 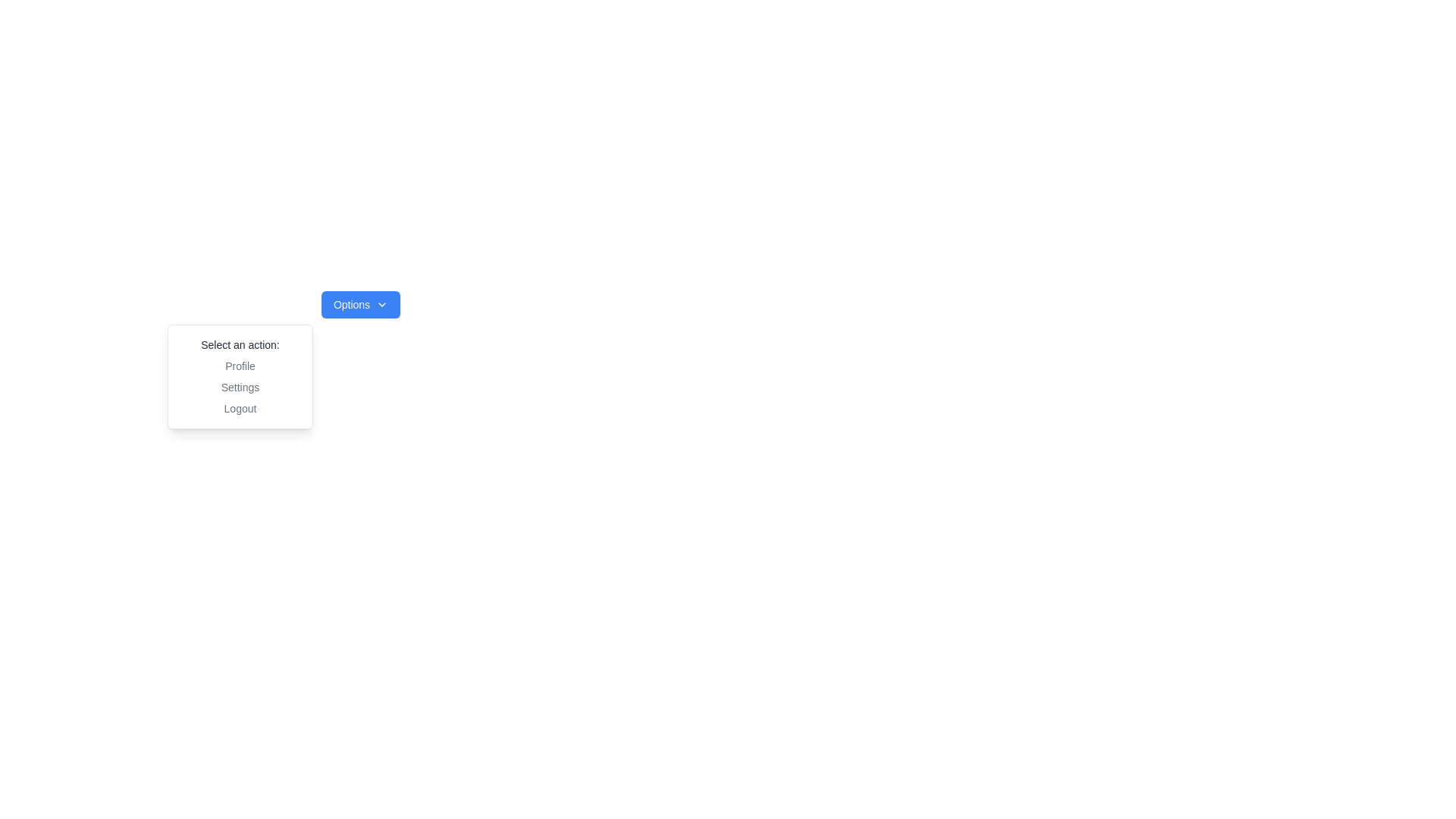 What do you see at coordinates (382, 304) in the screenshot?
I see `the downward-pointing chevron icon next to the 'Options' text` at bounding box center [382, 304].